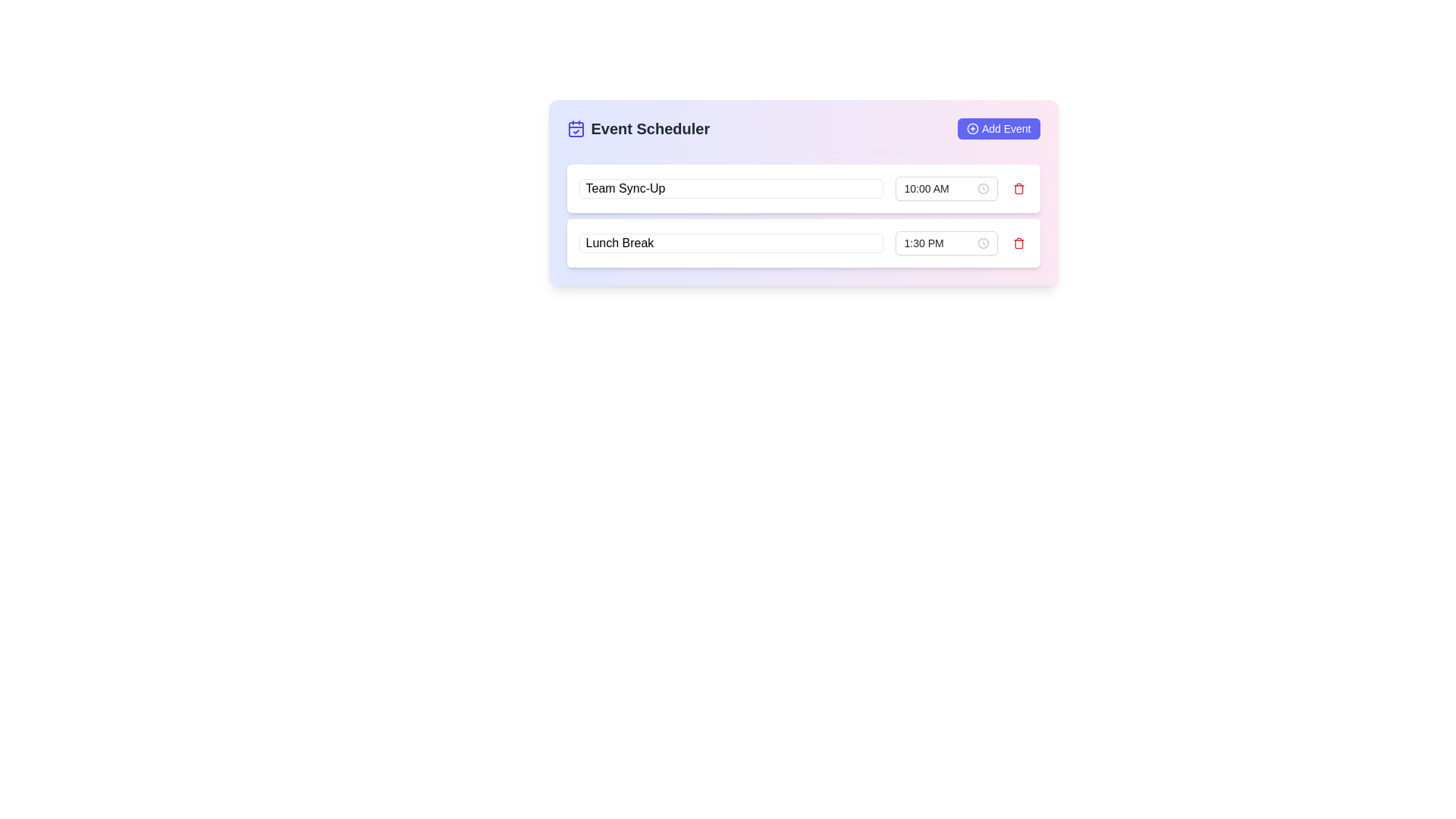  Describe the element at coordinates (972, 127) in the screenshot. I see `the 'Add Event' button located in the top-right corner of the Event Scheduler interface, which is visually identified by an icon/image preceding the textual label` at that location.